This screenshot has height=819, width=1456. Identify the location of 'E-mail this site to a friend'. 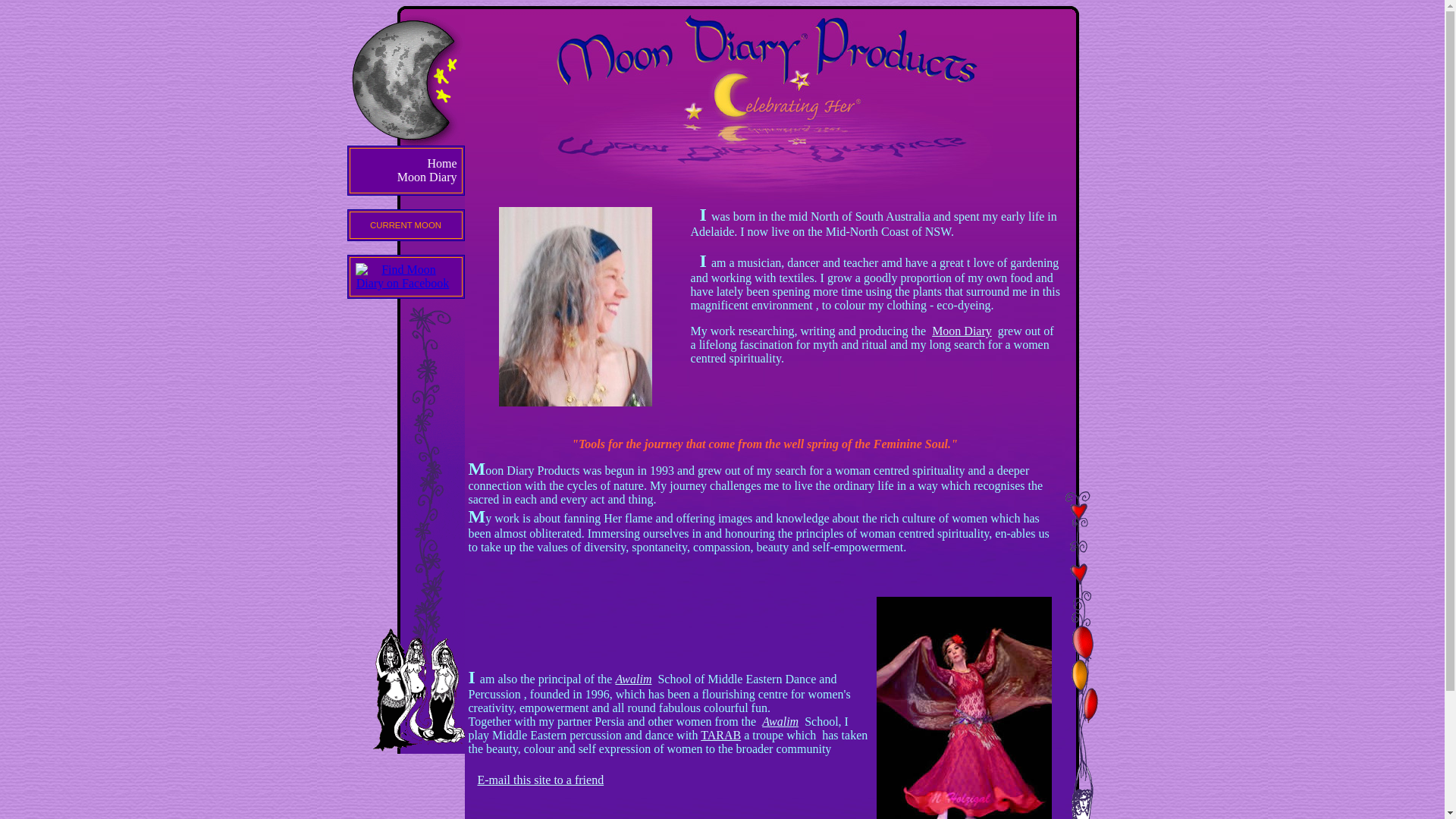
(476, 780).